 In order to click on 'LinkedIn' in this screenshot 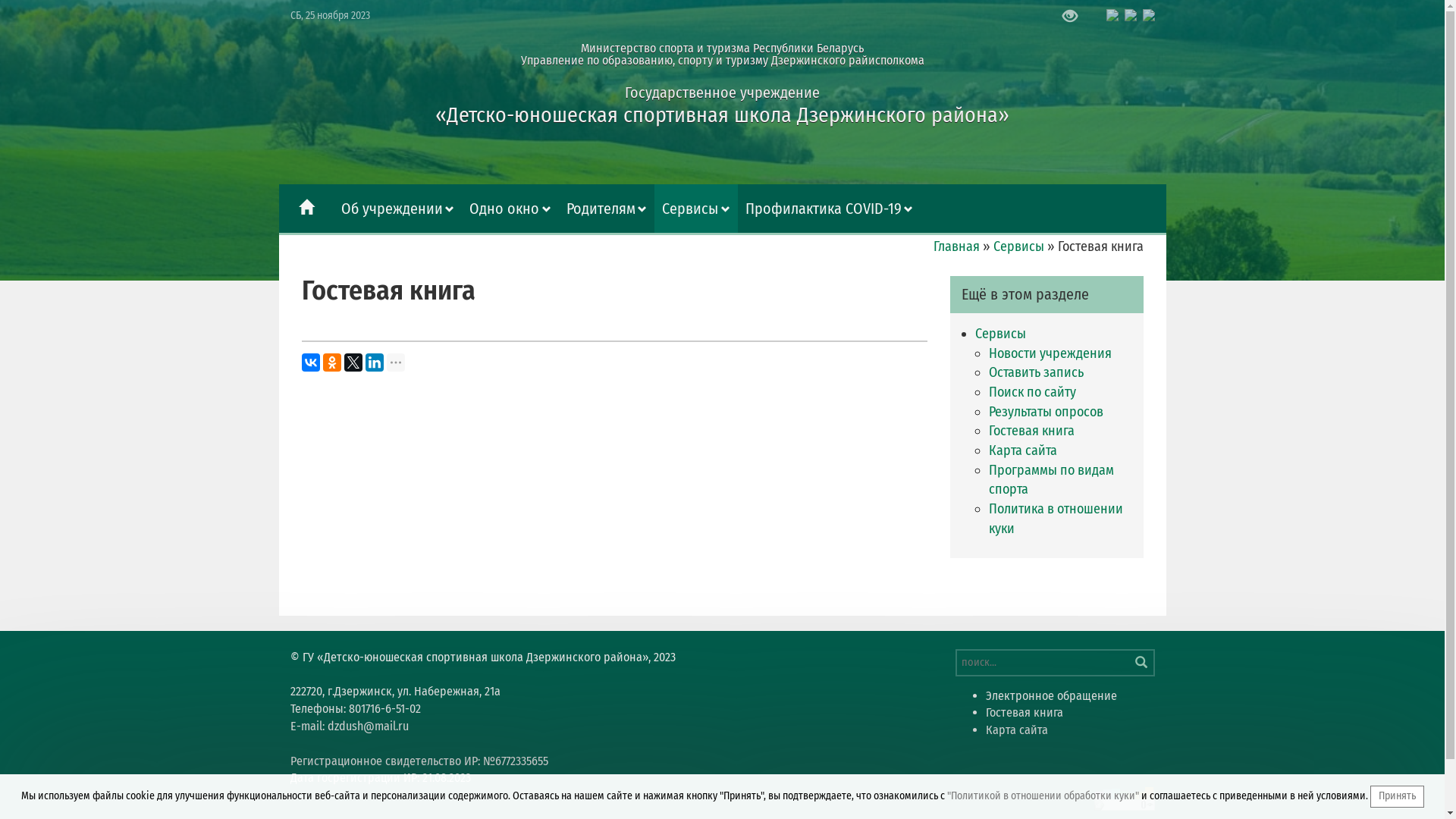, I will do `click(375, 362)`.